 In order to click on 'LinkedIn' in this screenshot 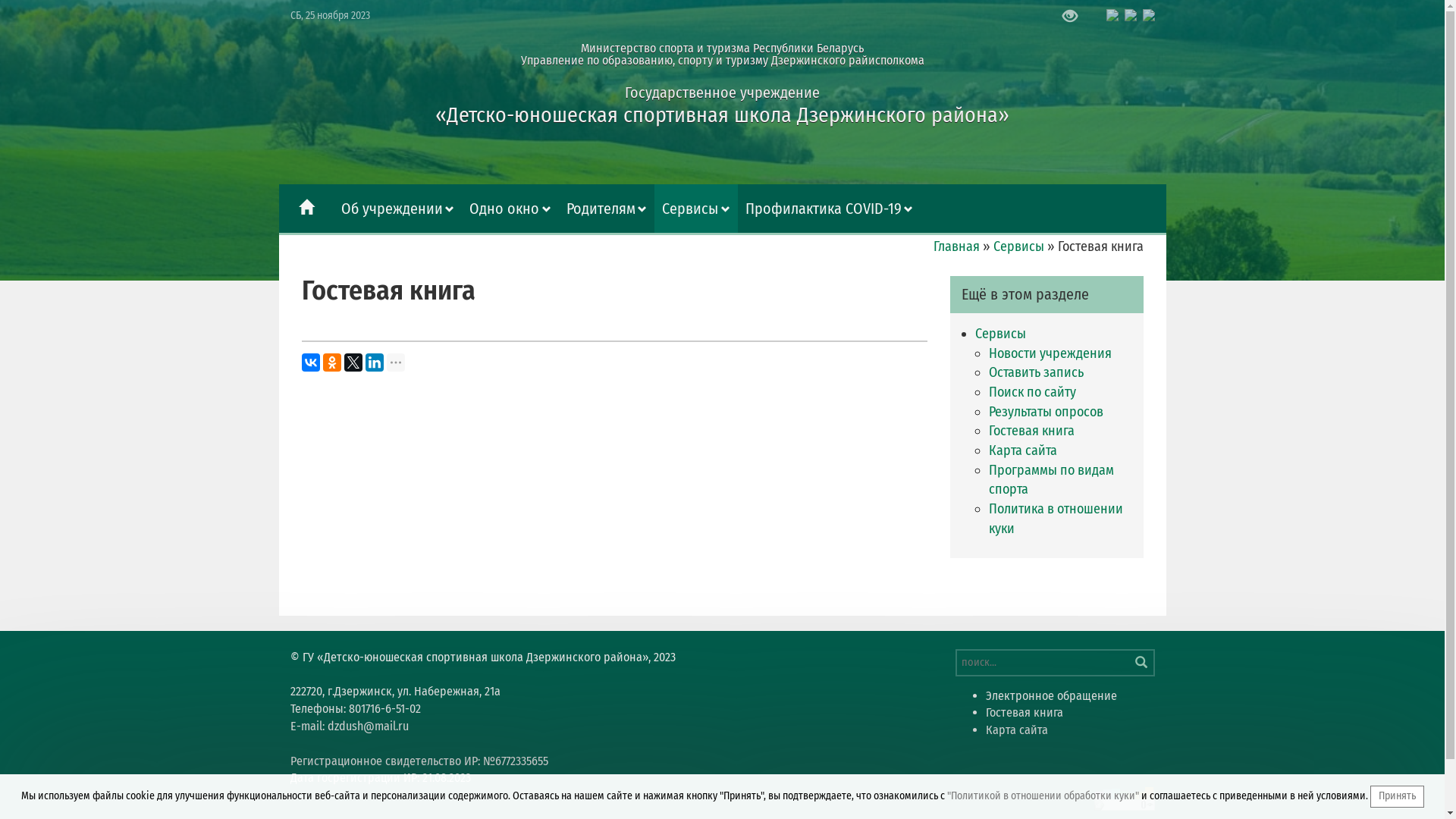, I will do `click(375, 362)`.